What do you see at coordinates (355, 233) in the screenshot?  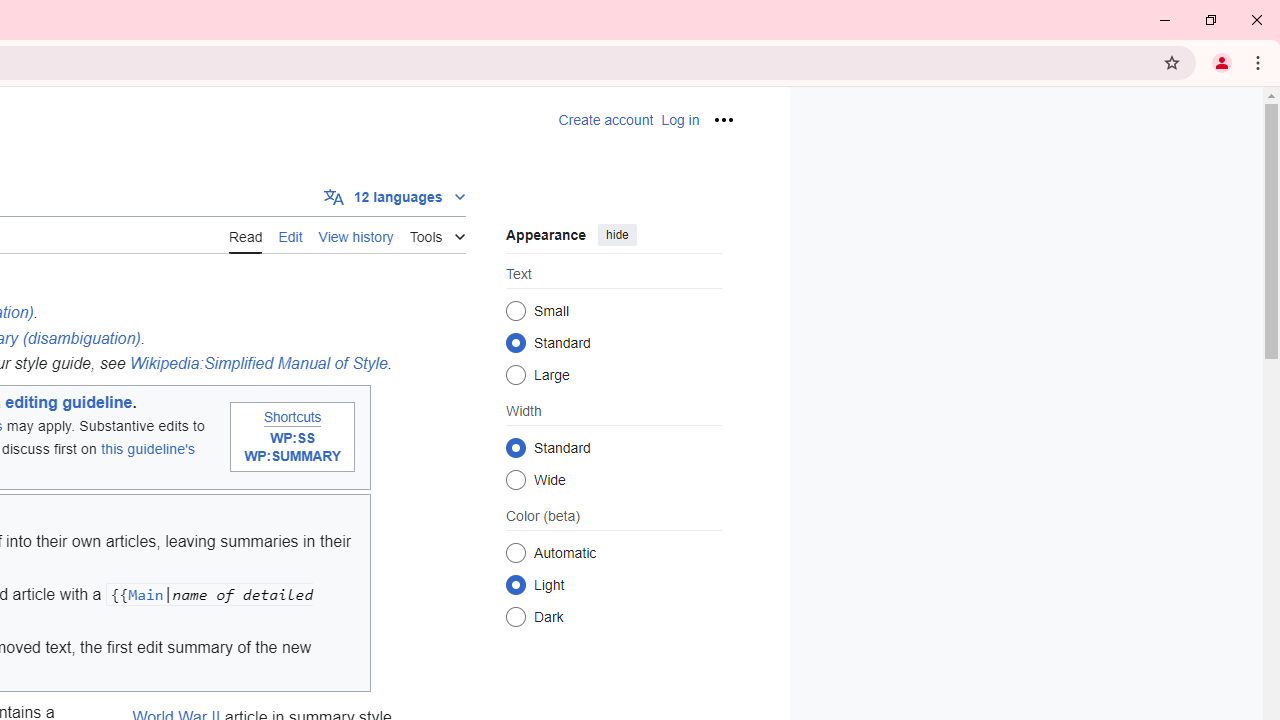 I see `'AutomationID: ca-history'` at bounding box center [355, 233].